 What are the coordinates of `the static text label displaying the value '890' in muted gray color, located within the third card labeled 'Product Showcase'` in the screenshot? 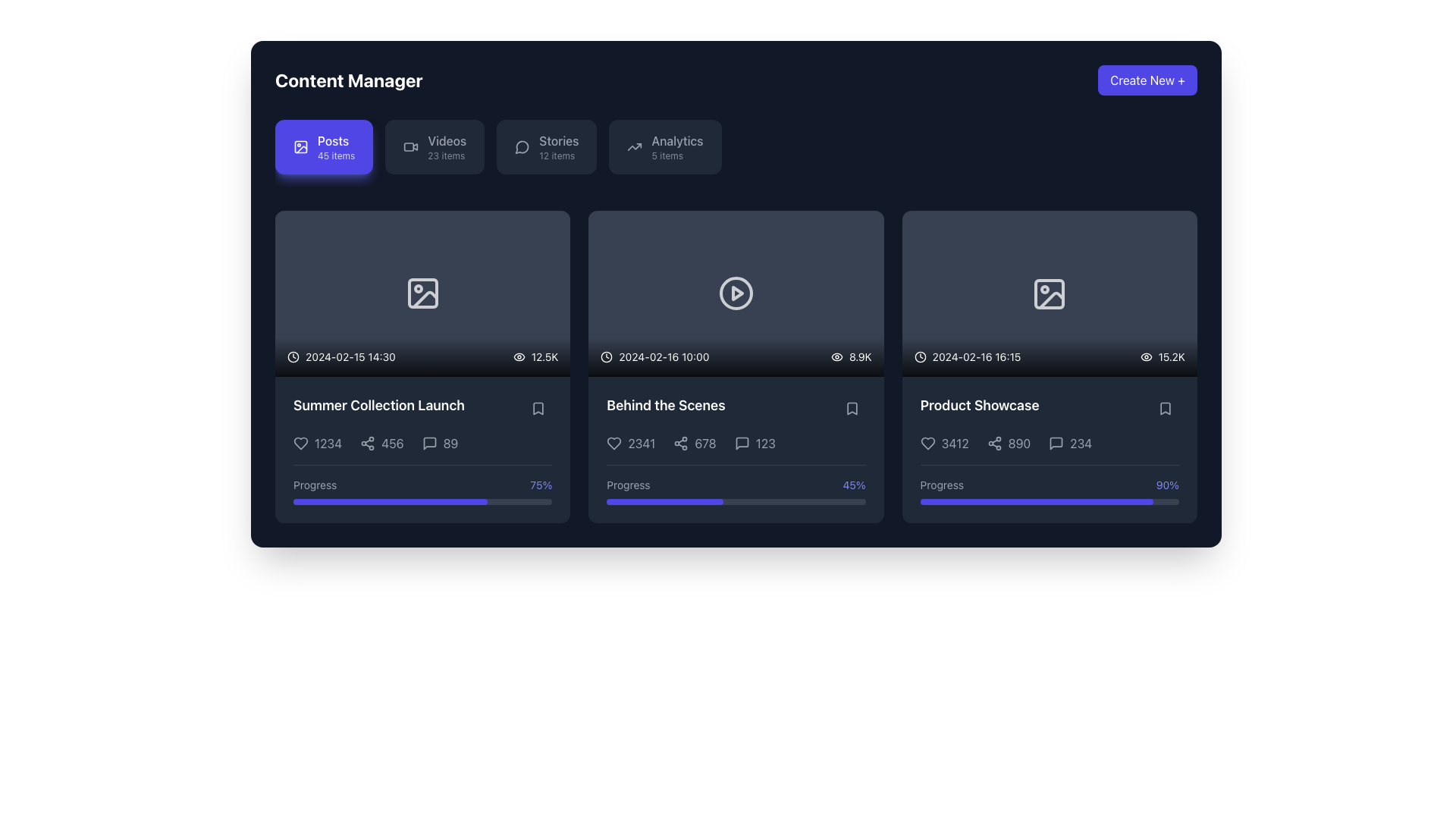 It's located at (1019, 444).